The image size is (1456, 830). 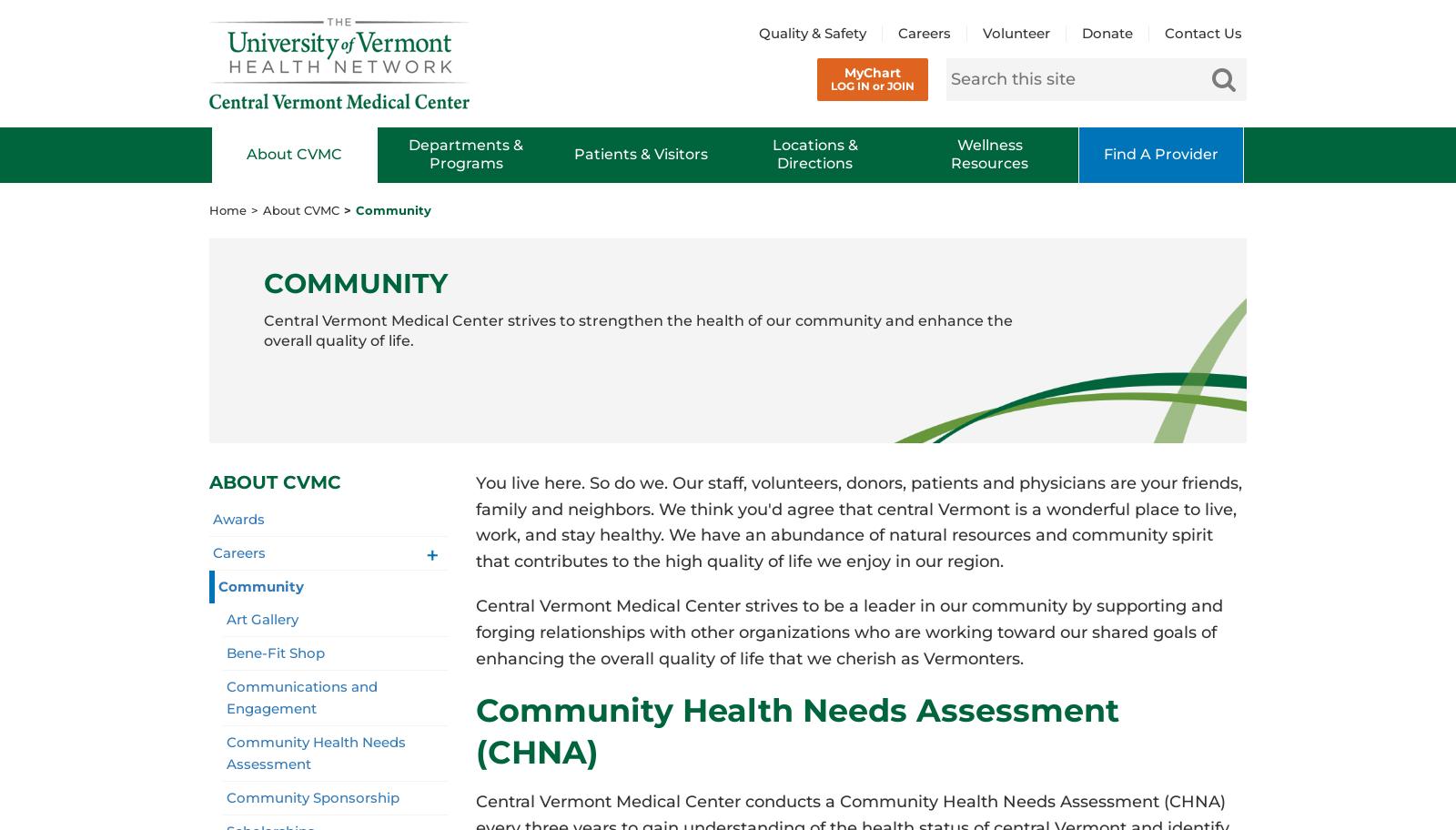 I want to click on 'Central Vermont Medical Center strives to be a leader in our community by supporting and forging relationships with other organizations who are working toward our shared goals of enhancing the overall quality of life that we cherish as Vermonters.', so click(x=847, y=632).